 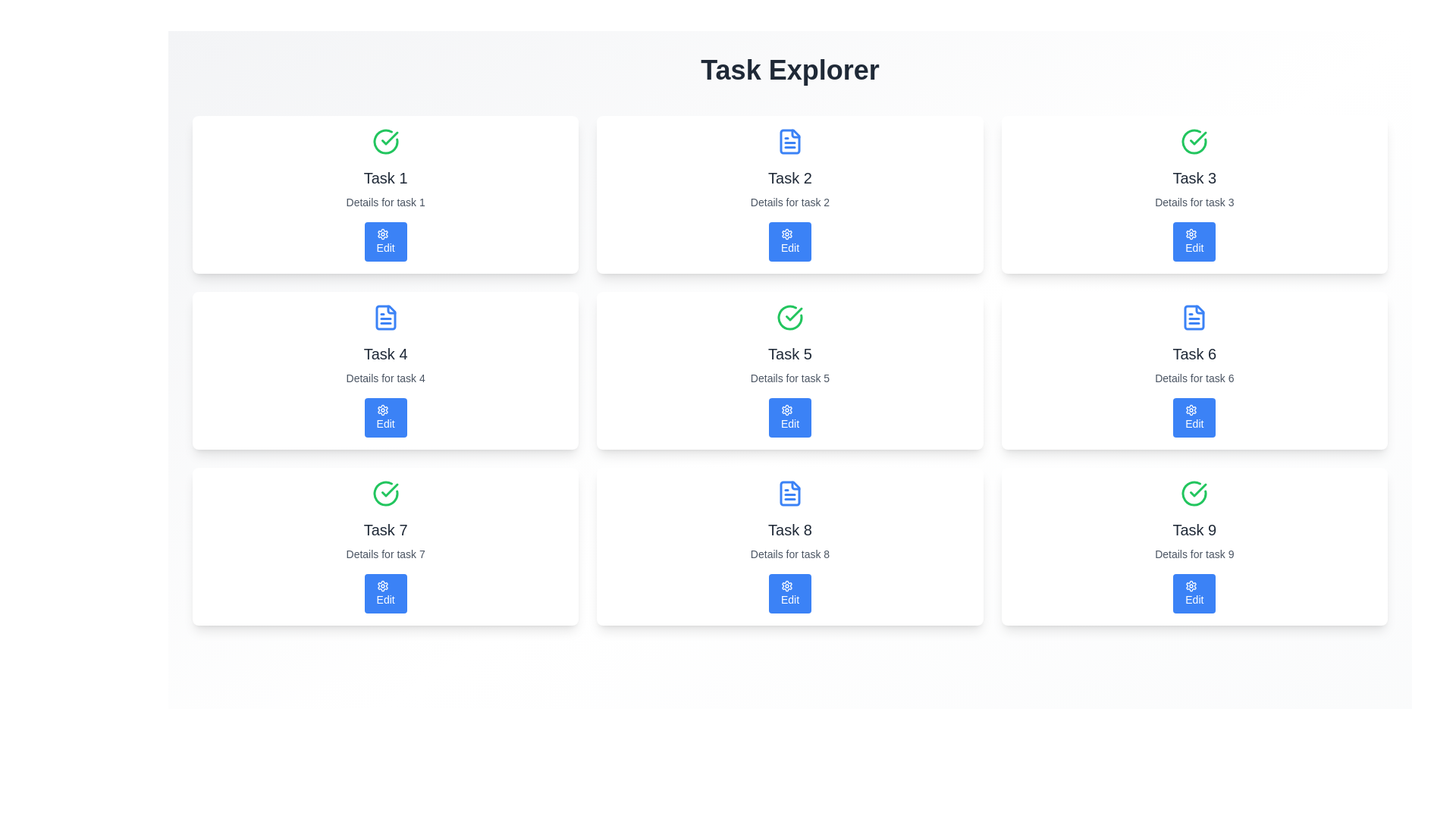 I want to click on the blue circular gear-shaped icon that signifies settings, located inside the 'Edit' button of the eighth task panel, to the left of the button's text, so click(x=786, y=585).